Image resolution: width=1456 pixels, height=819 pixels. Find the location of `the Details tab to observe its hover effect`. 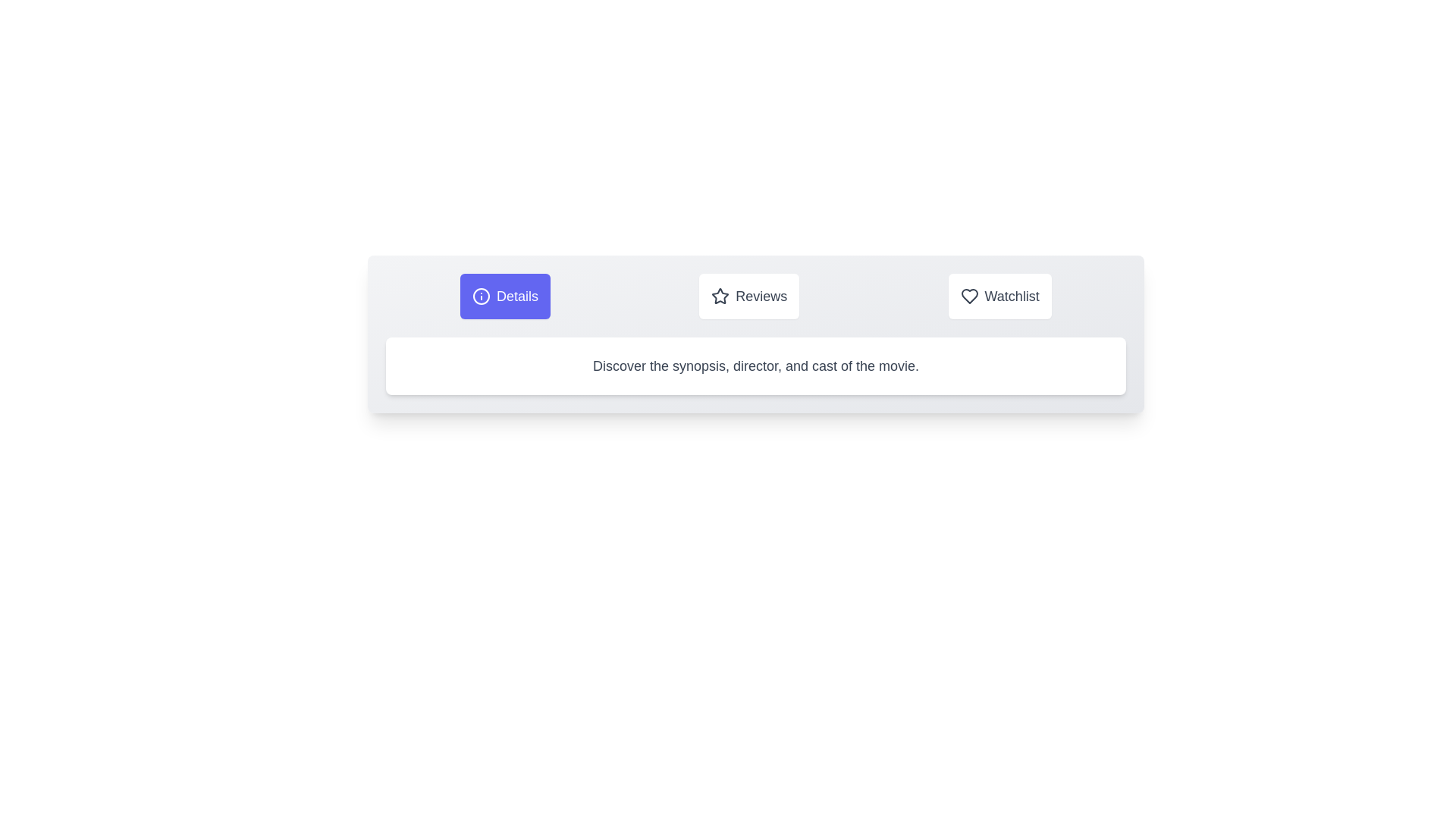

the Details tab to observe its hover effect is located at coordinates (505, 296).